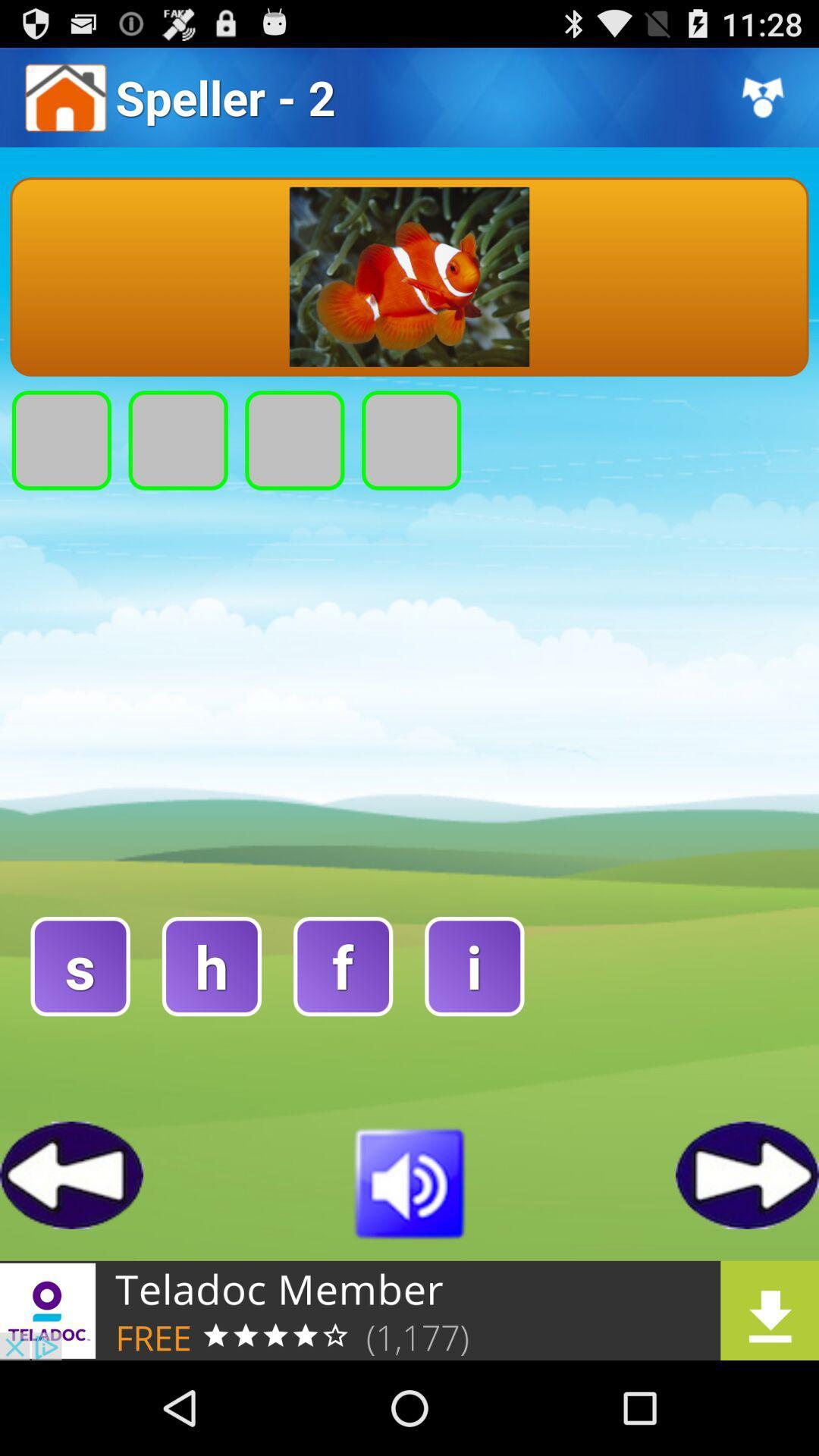  What do you see at coordinates (409, 1310) in the screenshot?
I see `advertising` at bounding box center [409, 1310].